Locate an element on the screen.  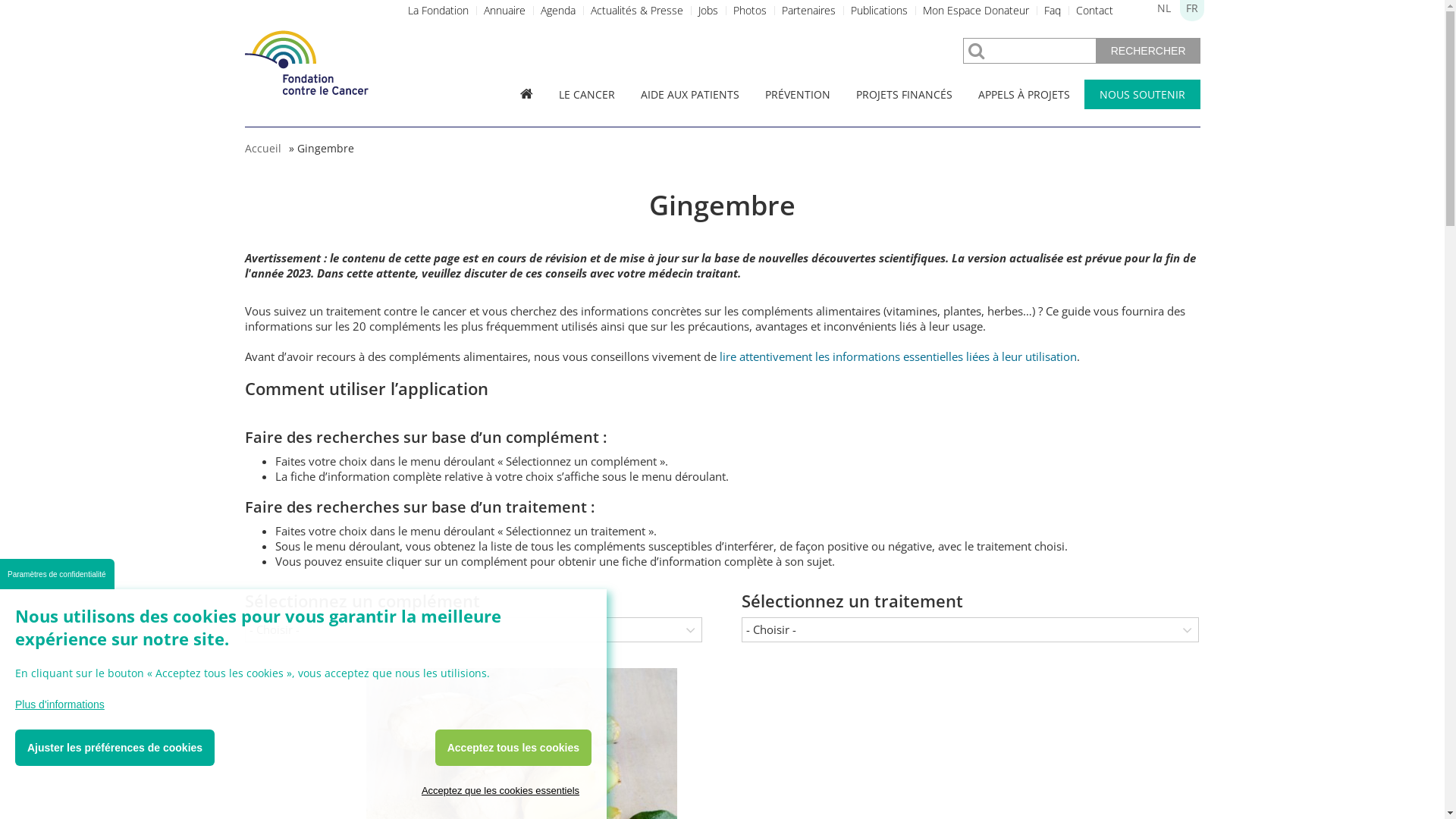
'Faq' is located at coordinates (1051, 10).